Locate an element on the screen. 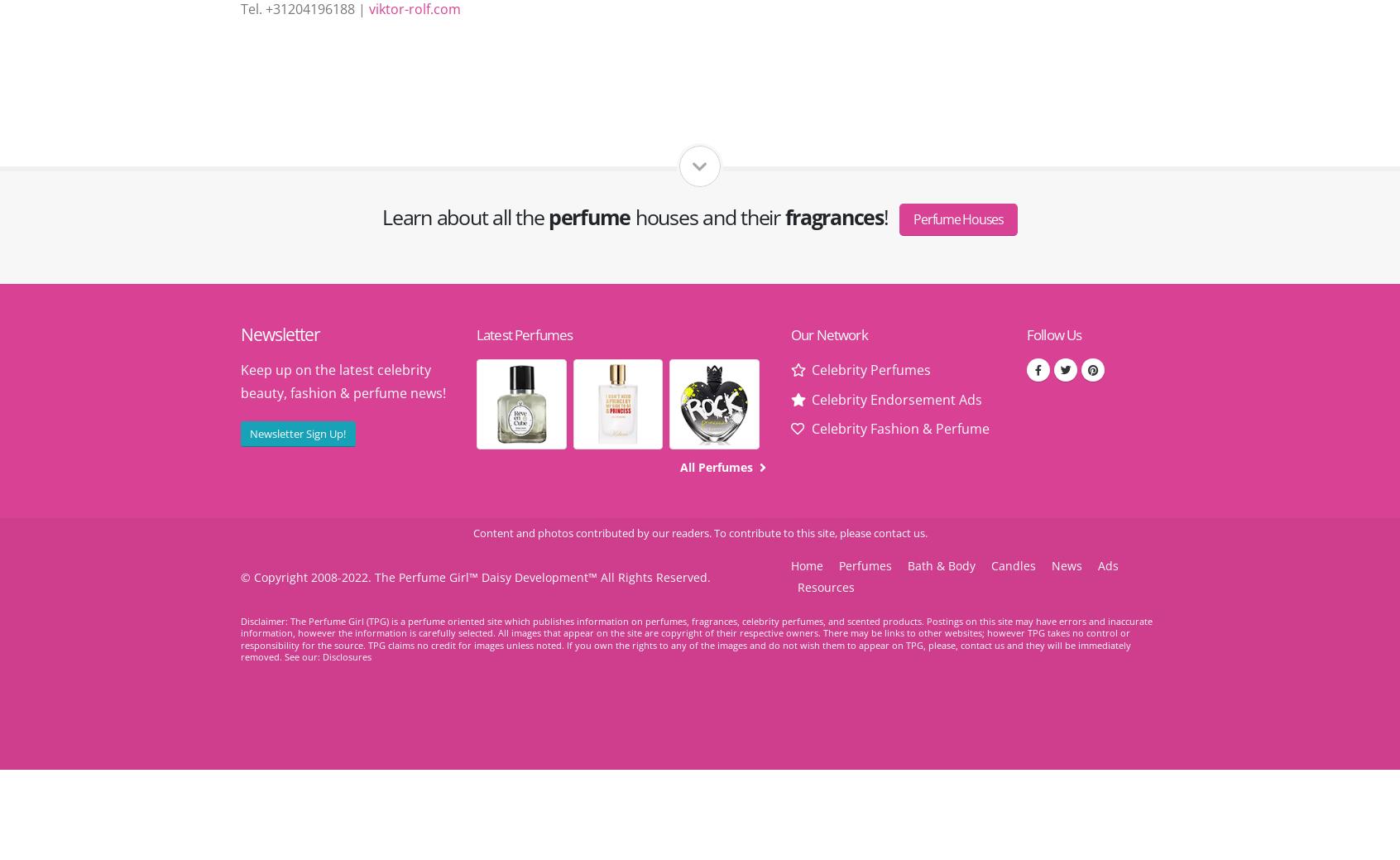 The height and width of the screenshot is (860, 1400). 'Candles' is located at coordinates (1014, 565).